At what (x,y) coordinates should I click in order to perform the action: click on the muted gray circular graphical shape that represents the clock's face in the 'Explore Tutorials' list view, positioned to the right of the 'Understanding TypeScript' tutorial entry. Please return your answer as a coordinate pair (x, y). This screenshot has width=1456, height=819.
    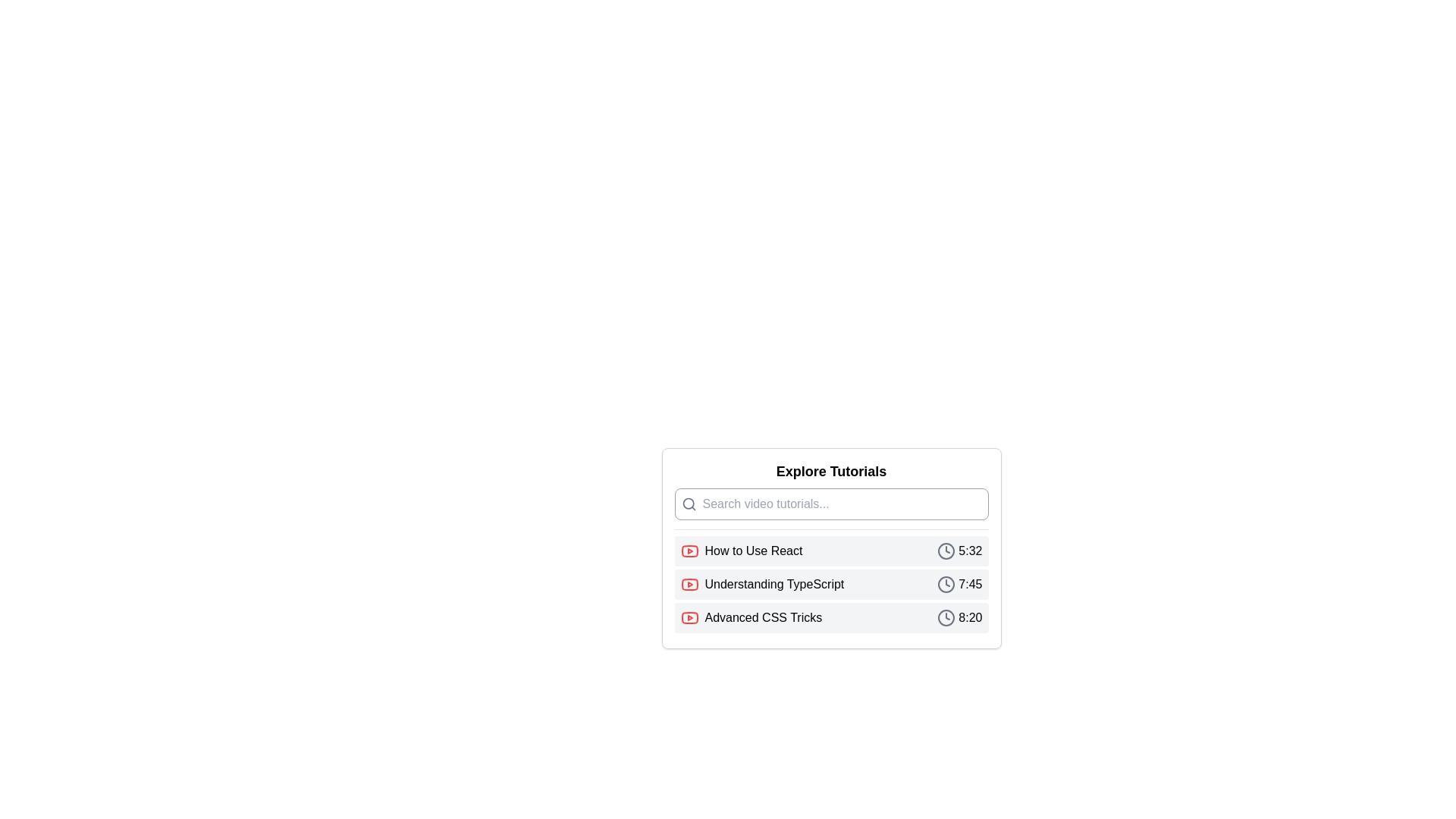
    Looking at the image, I should click on (946, 584).